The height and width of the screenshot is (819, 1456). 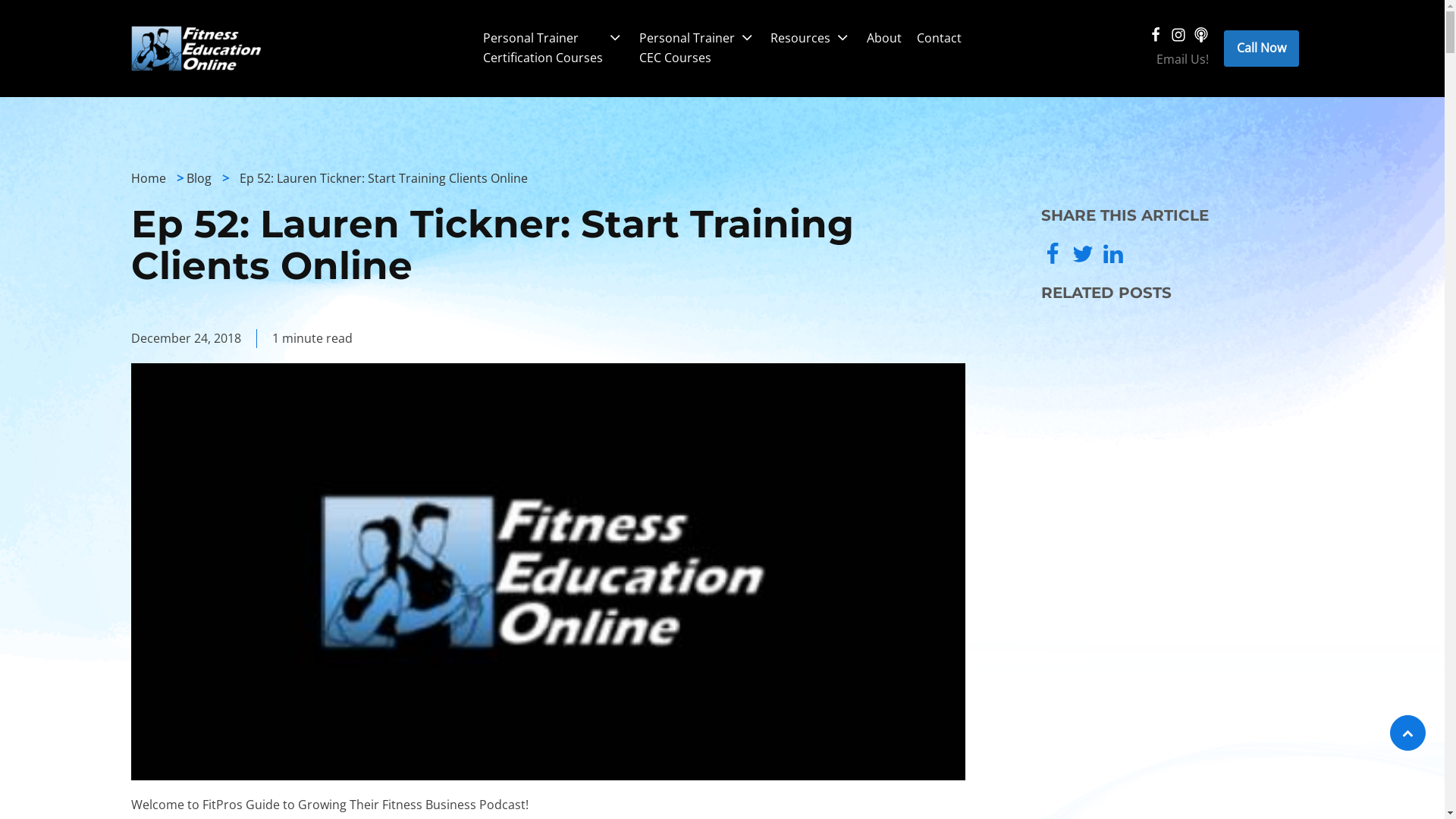 I want to click on 'About', so click(x=858, y=37).